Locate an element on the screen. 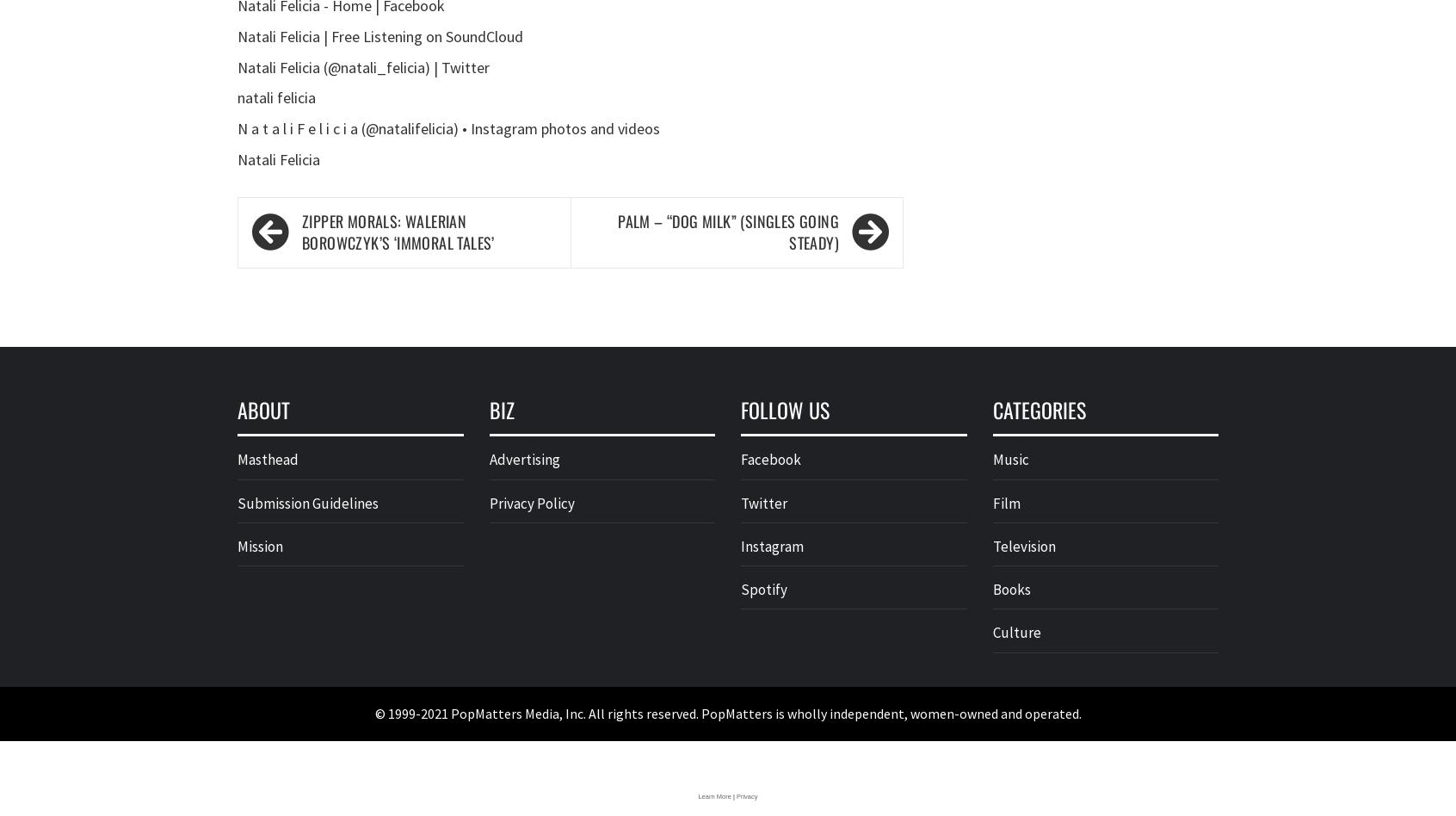 Image resolution: width=1456 pixels, height=816 pixels. 'Television' is located at coordinates (1022, 545).